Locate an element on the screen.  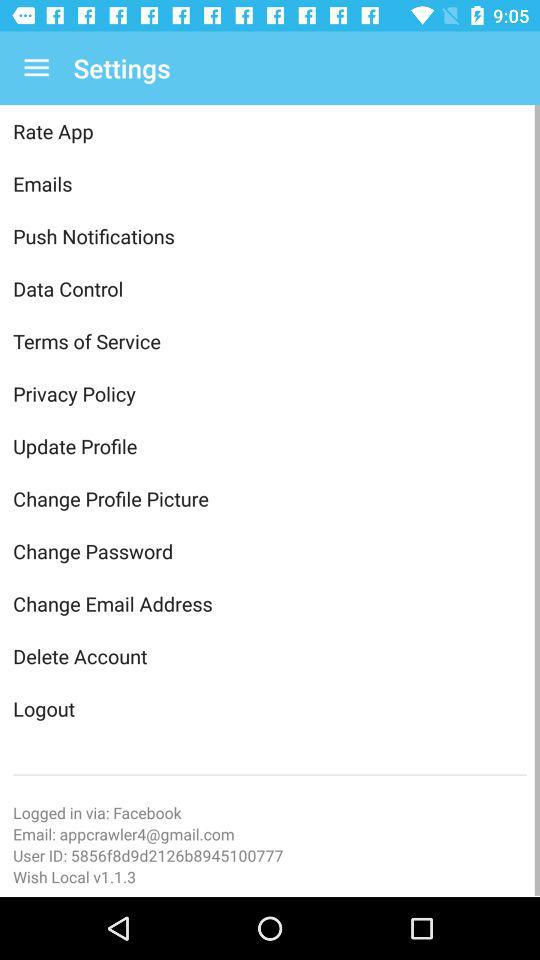
the item above the data control icon is located at coordinates (270, 236).